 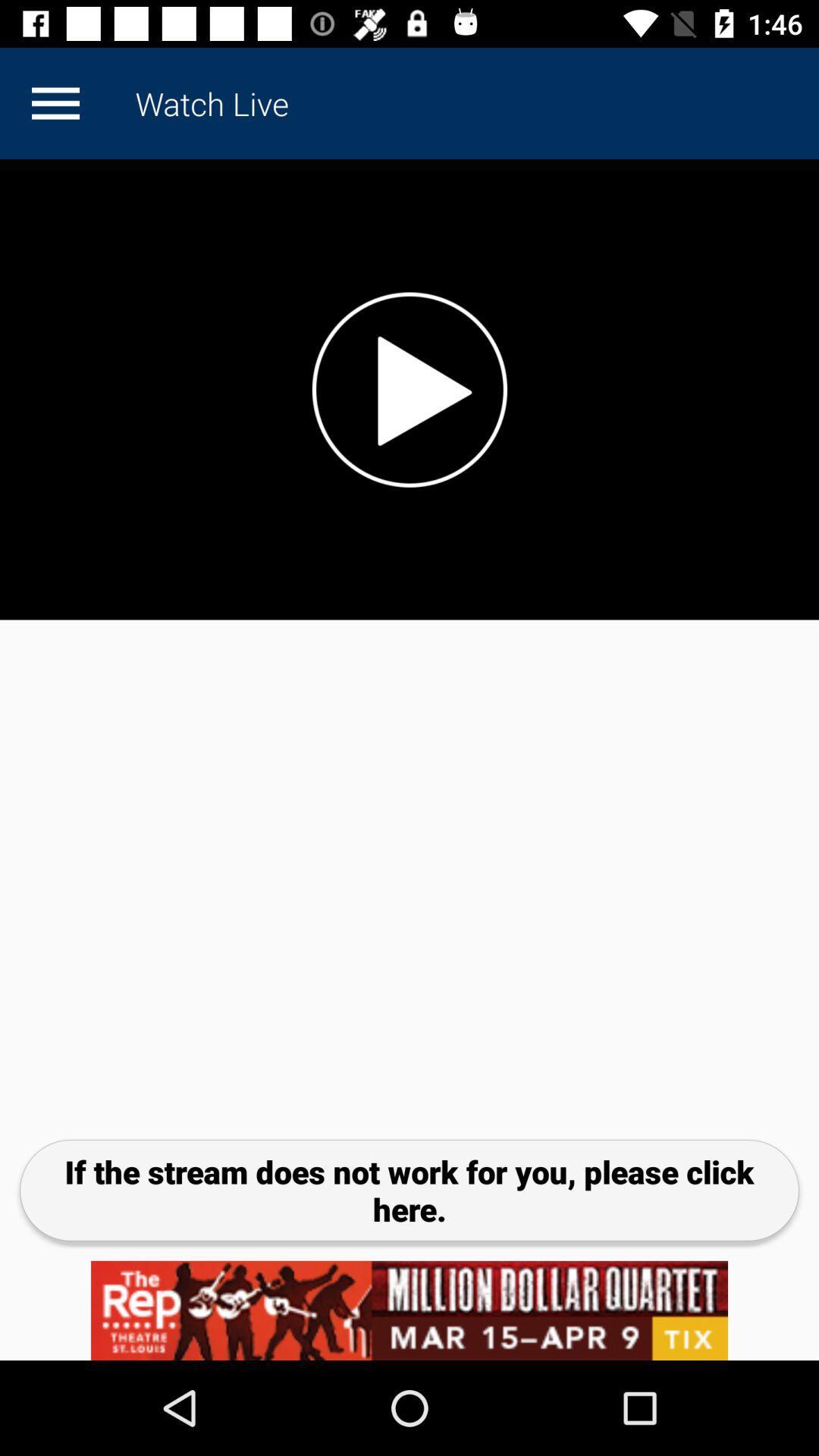 I want to click on advertisement, so click(x=409, y=1310).